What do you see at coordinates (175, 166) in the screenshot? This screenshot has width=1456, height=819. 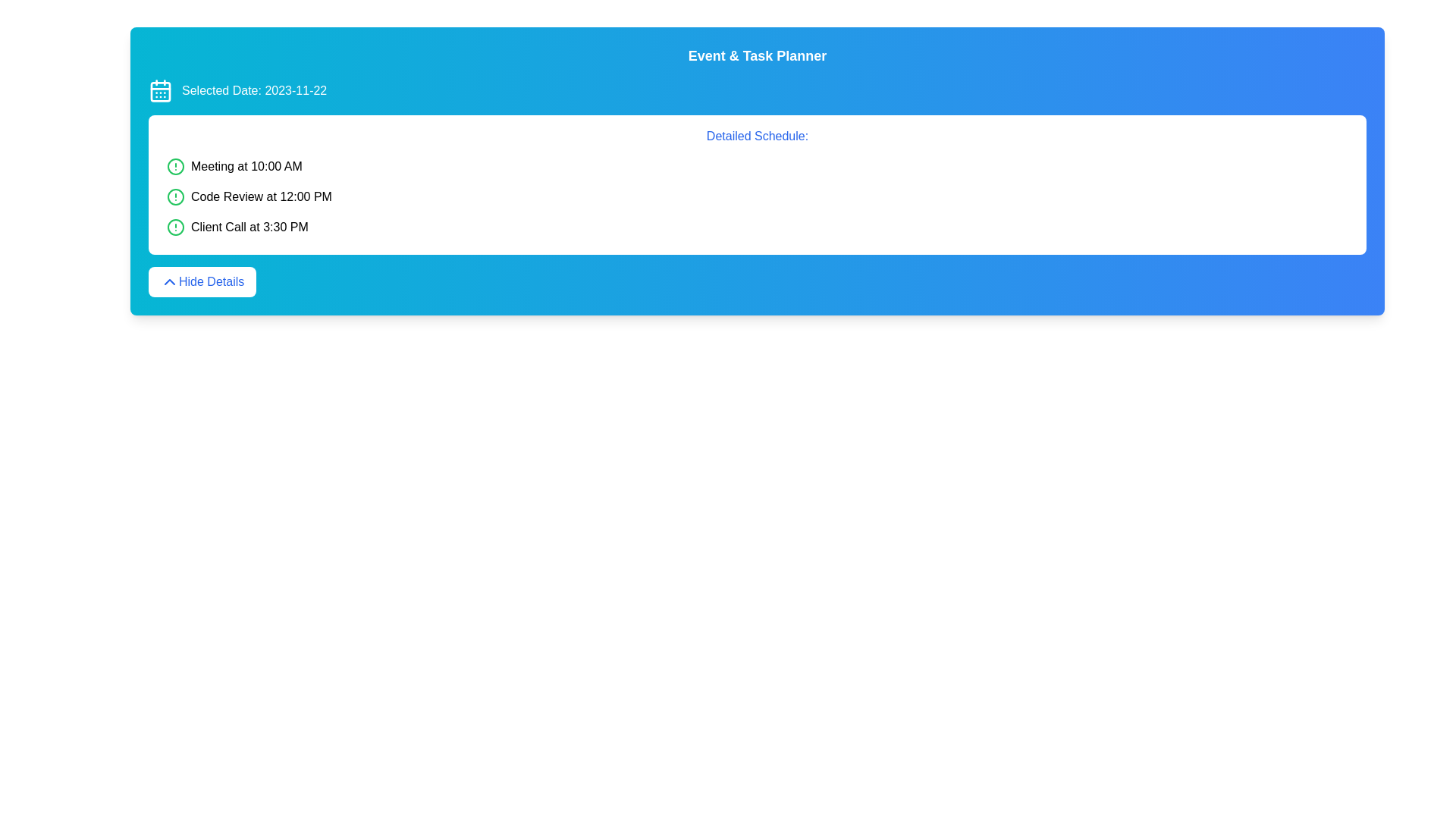 I see `the SVG Circle Element that serves as a visual indicator for the event 'Meeting at 10:00 AM', located to the left of the event text` at bounding box center [175, 166].